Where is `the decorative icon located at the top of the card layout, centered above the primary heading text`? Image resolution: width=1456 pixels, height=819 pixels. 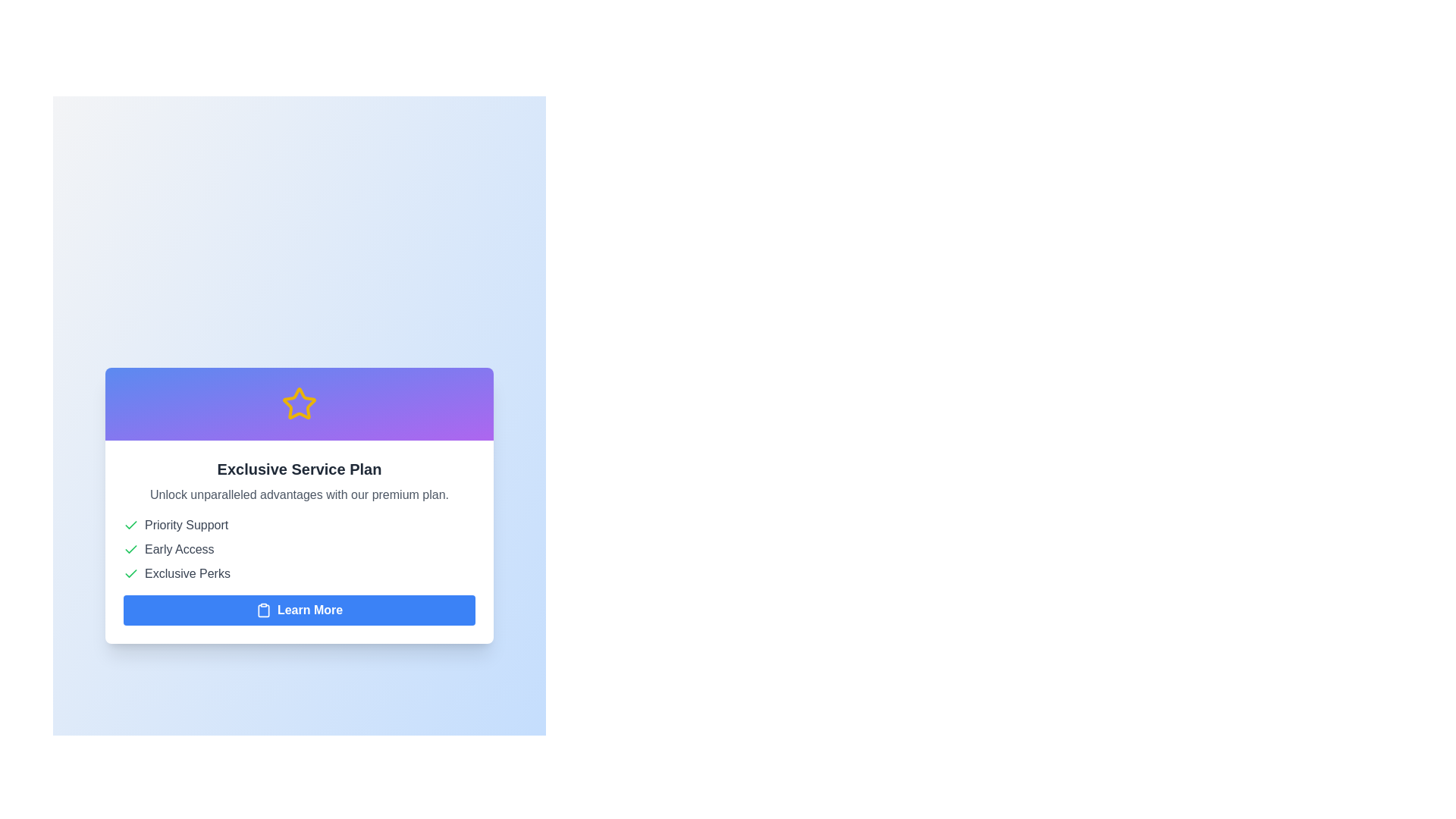 the decorative icon located at the top of the card layout, centered above the primary heading text is located at coordinates (299, 403).